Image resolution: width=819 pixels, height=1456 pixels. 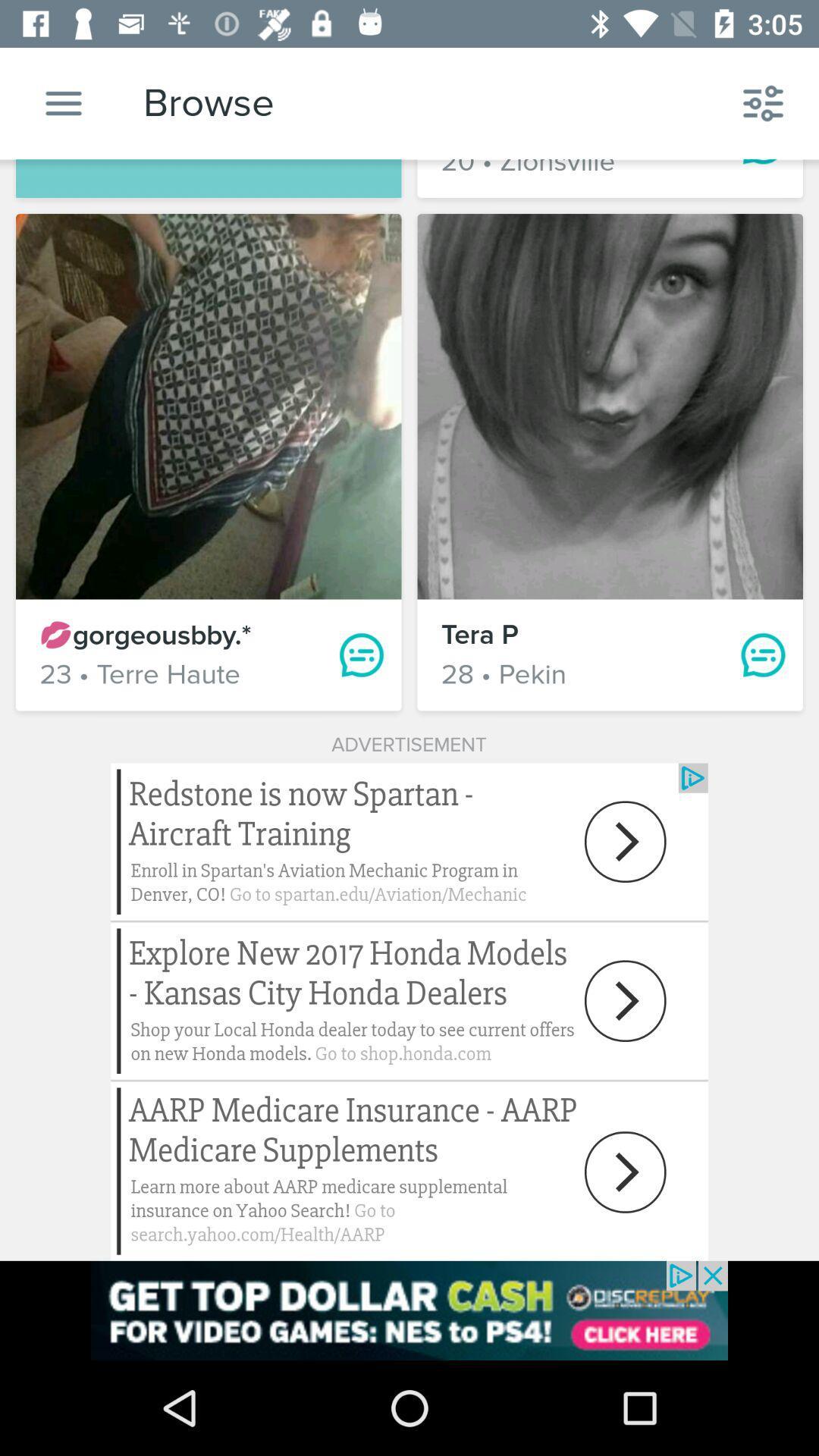 I want to click on user, so click(x=609, y=406).